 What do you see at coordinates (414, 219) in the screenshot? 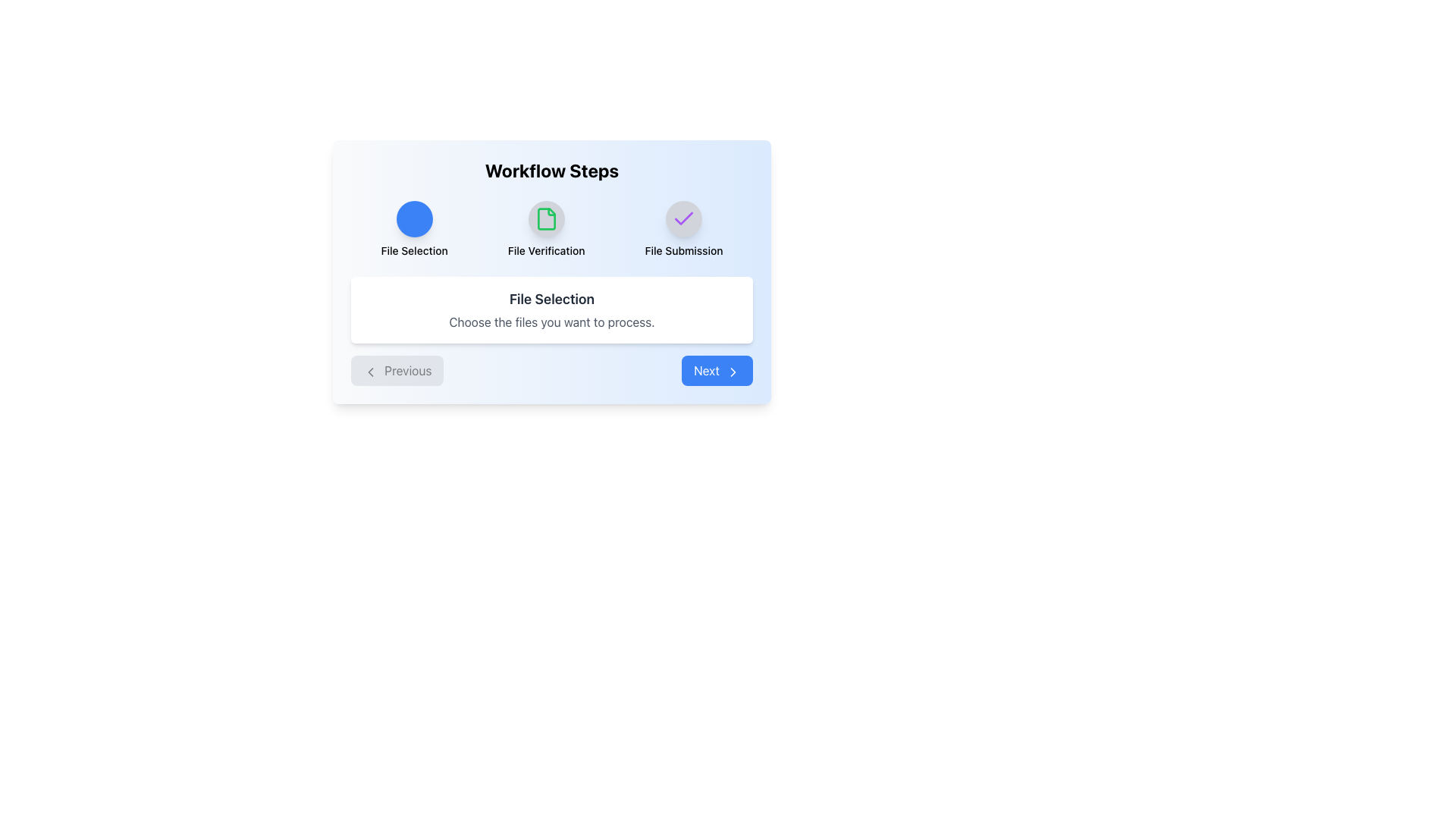
I see `the 'File Selection' button in the upper-left section of the 'Workflow Steps' layout, which is the first of three buttons` at bounding box center [414, 219].